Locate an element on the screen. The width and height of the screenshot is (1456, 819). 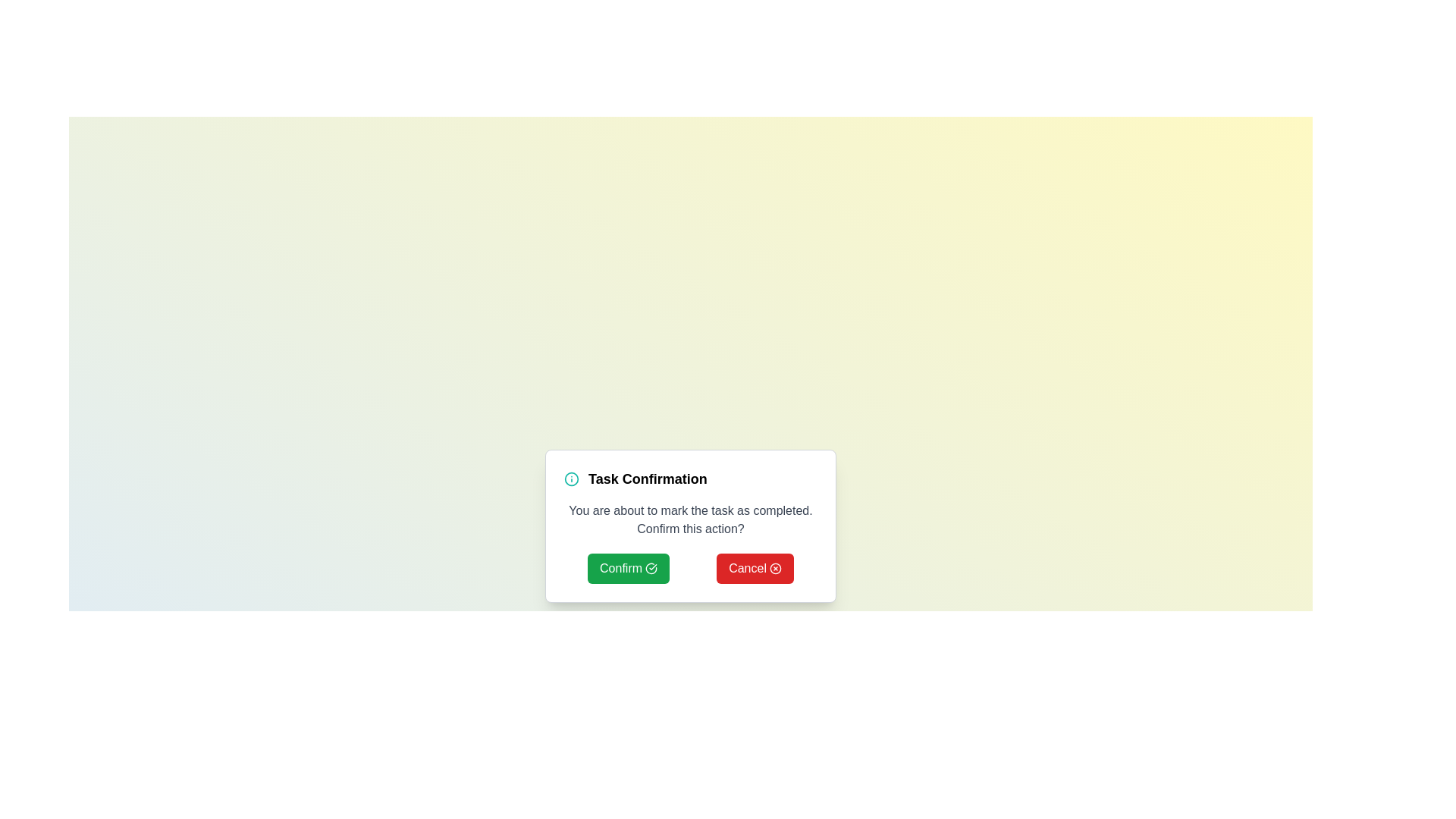
the circle graphical component of the 'Cancel' button located inside the modal confirmation dialog box, which enhances the button's recognizability is located at coordinates (775, 568).